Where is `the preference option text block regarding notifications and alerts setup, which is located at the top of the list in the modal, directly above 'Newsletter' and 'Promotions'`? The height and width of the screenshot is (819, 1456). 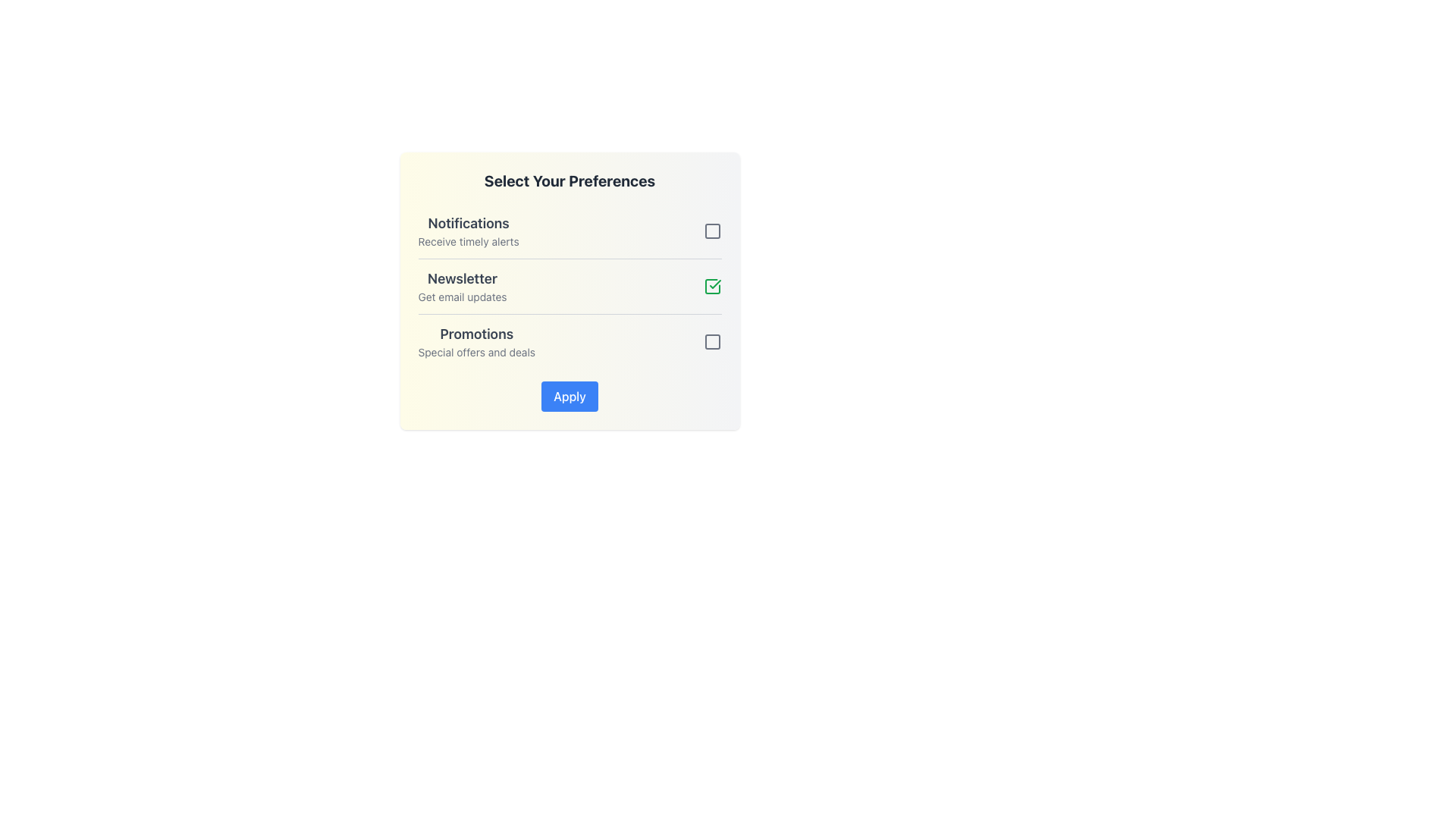
the preference option text block regarding notifications and alerts setup, which is located at the top of the list in the modal, directly above 'Newsletter' and 'Promotions' is located at coordinates (468, 231).